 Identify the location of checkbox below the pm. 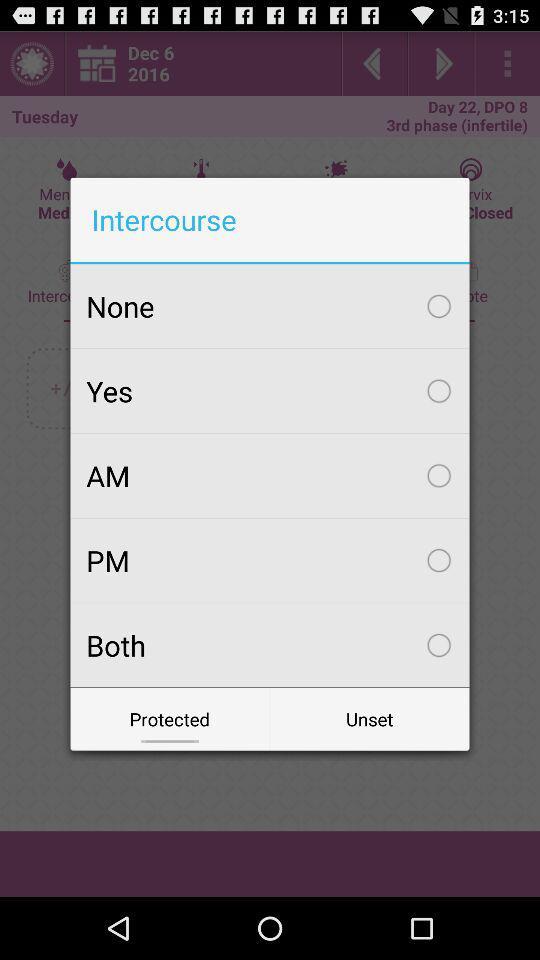
(270, 644).